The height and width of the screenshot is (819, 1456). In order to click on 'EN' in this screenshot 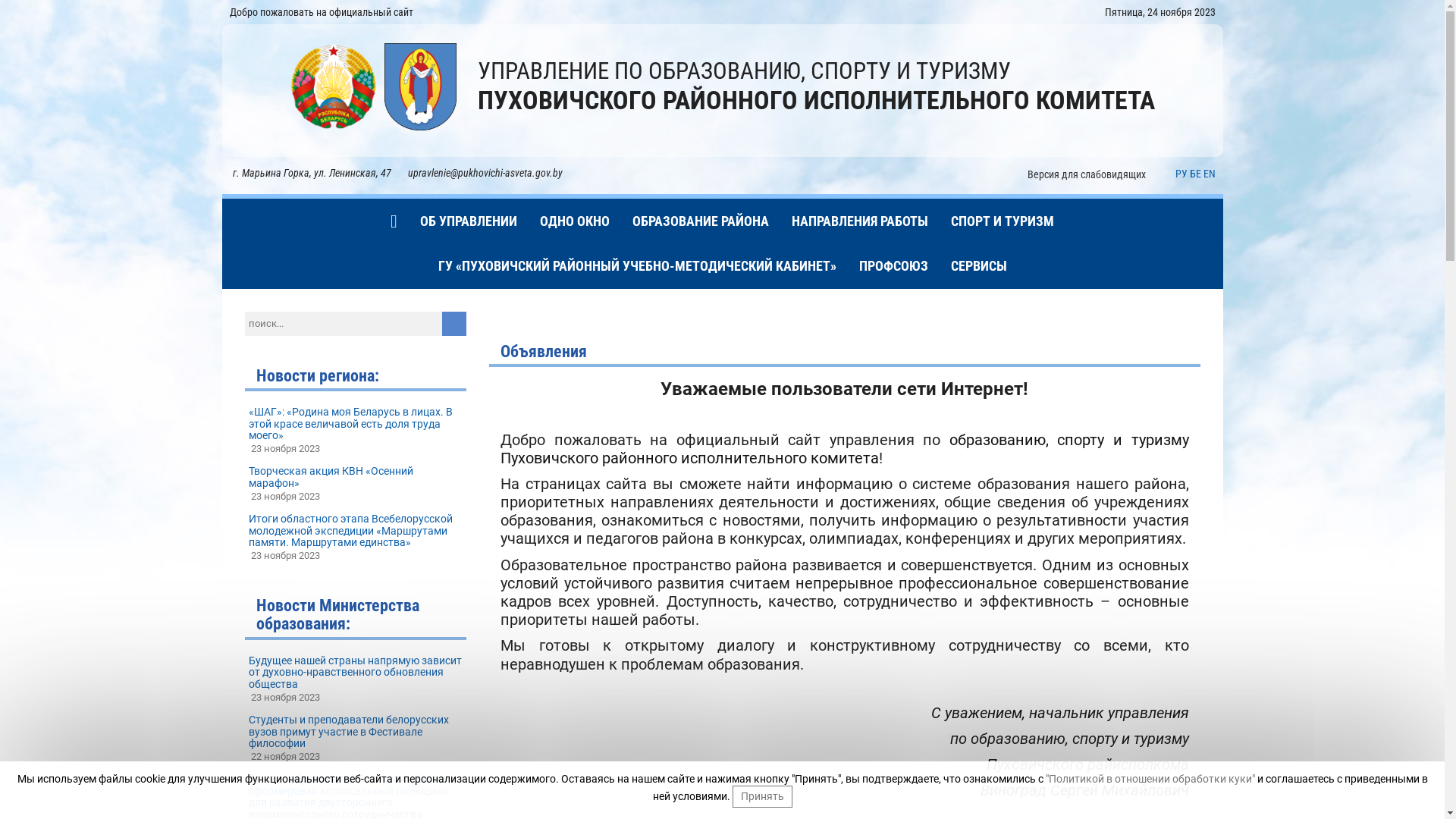, I will do `click(1207, 172)`.